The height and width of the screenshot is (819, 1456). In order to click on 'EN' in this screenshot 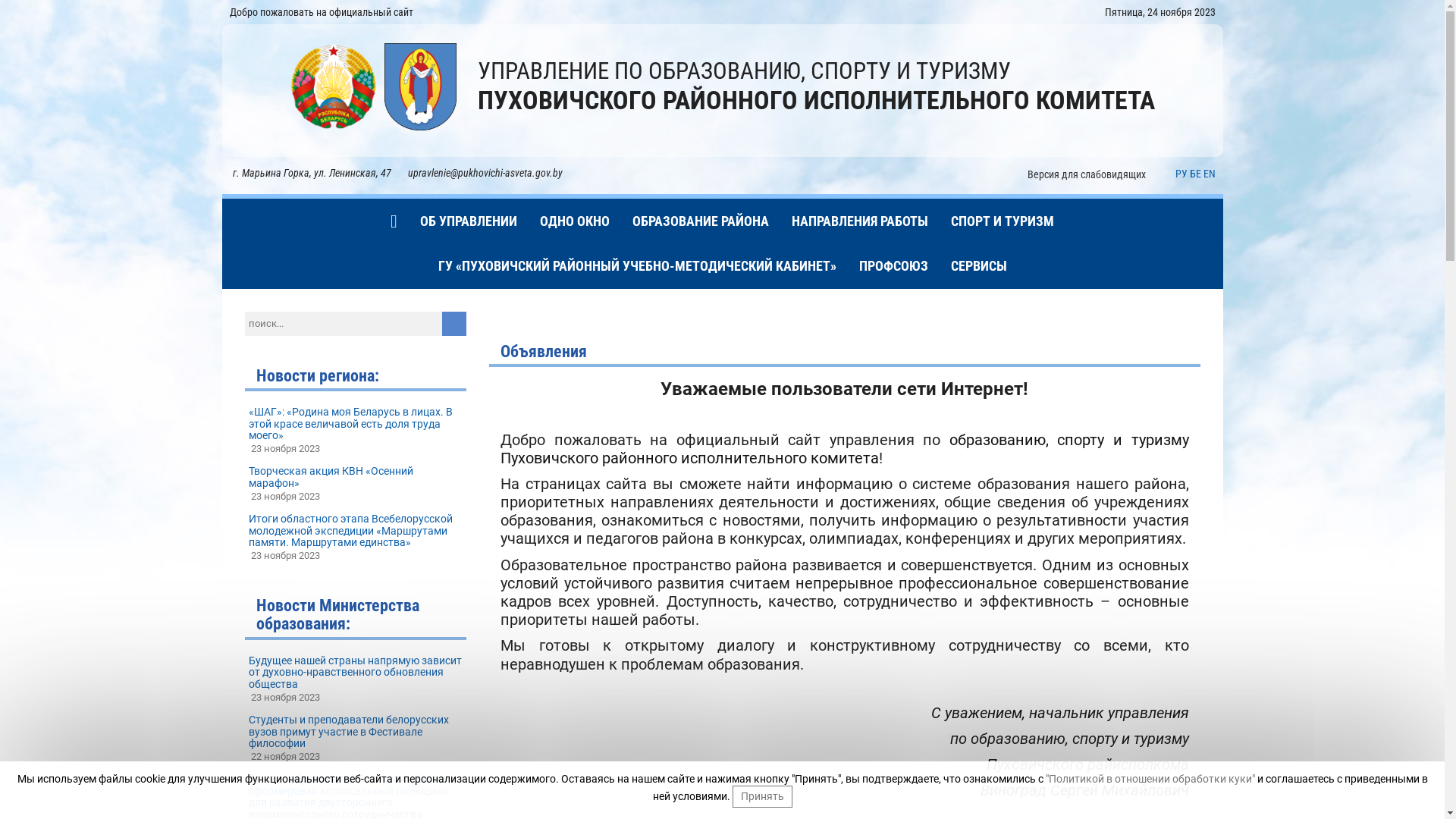, I will do `click(1207, 172)`.